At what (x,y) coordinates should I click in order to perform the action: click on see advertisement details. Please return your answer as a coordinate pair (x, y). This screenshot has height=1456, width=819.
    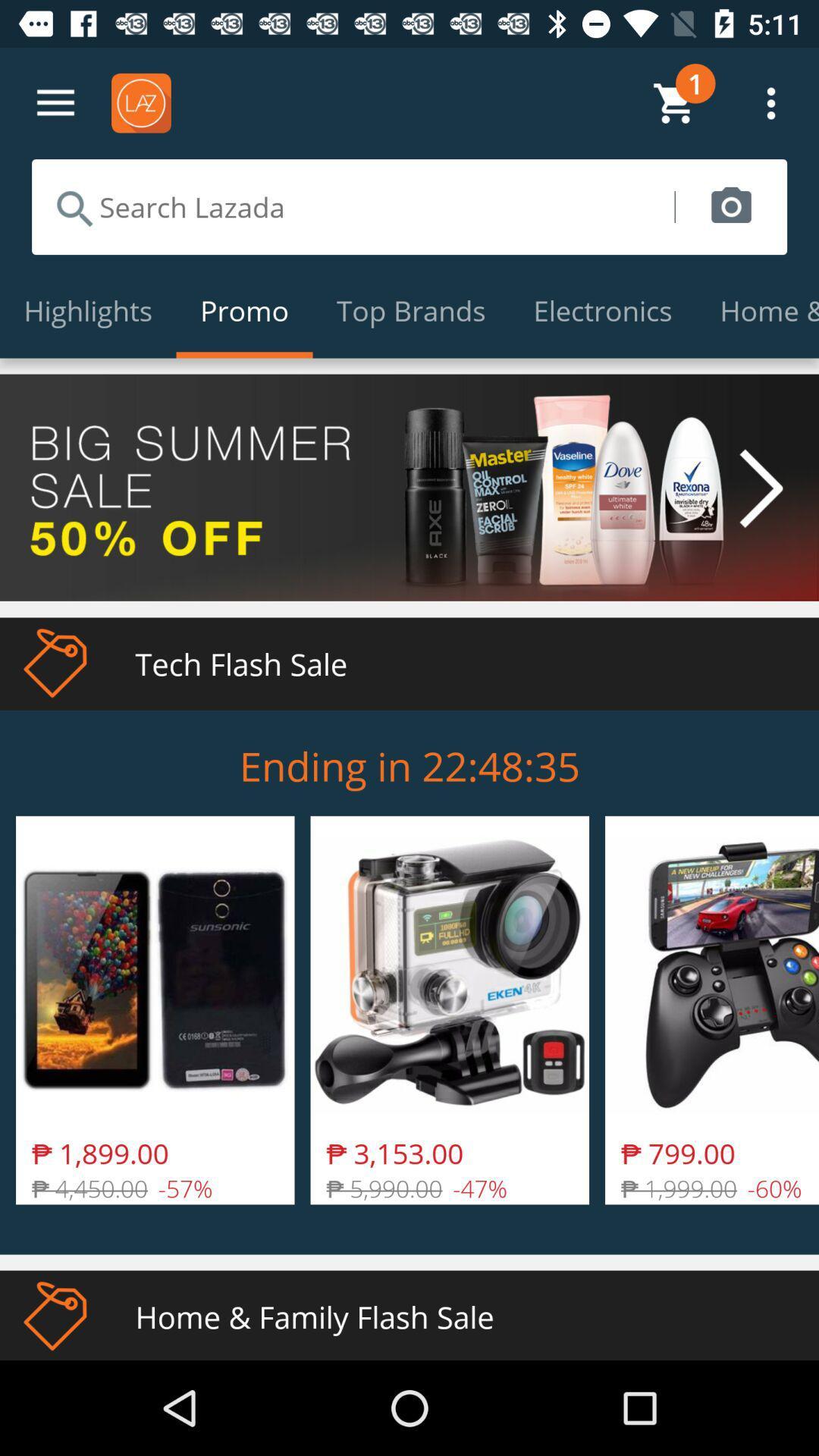
    Looking at the image, I should click on (409, 488).